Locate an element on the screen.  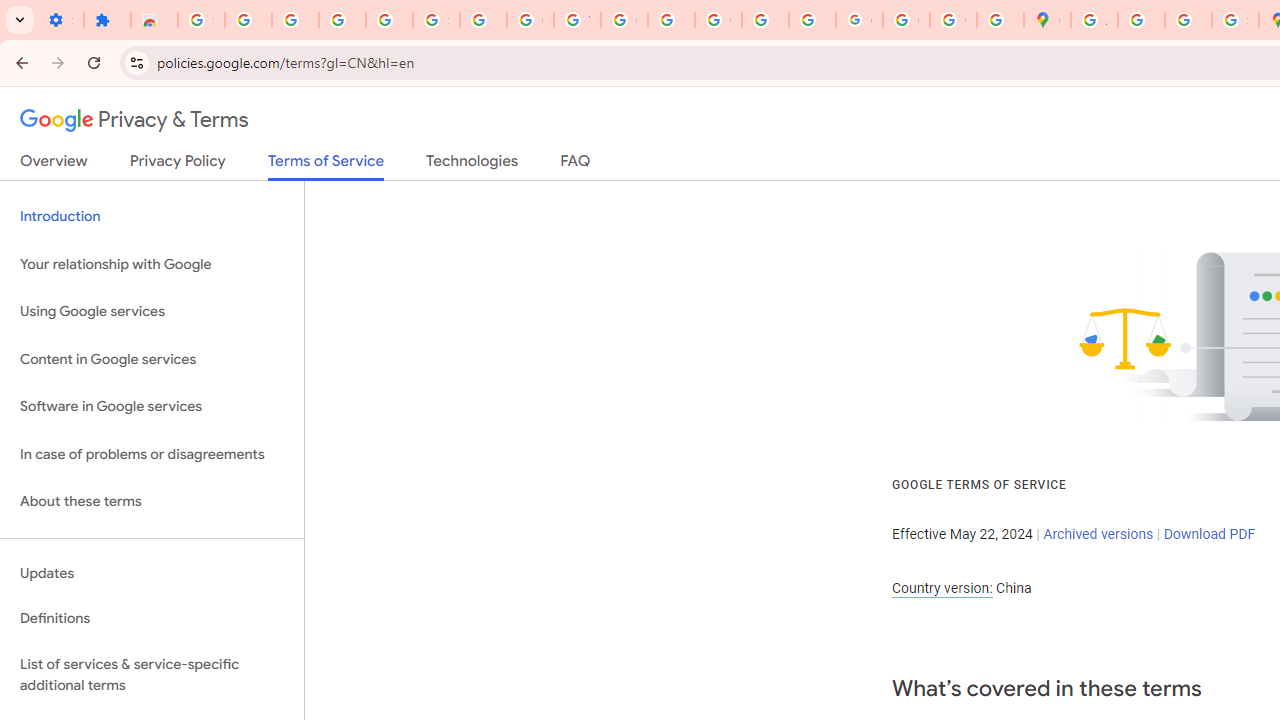
'Safety in Our Products - Google Safety Center' is located at coordinates (1234, 20).